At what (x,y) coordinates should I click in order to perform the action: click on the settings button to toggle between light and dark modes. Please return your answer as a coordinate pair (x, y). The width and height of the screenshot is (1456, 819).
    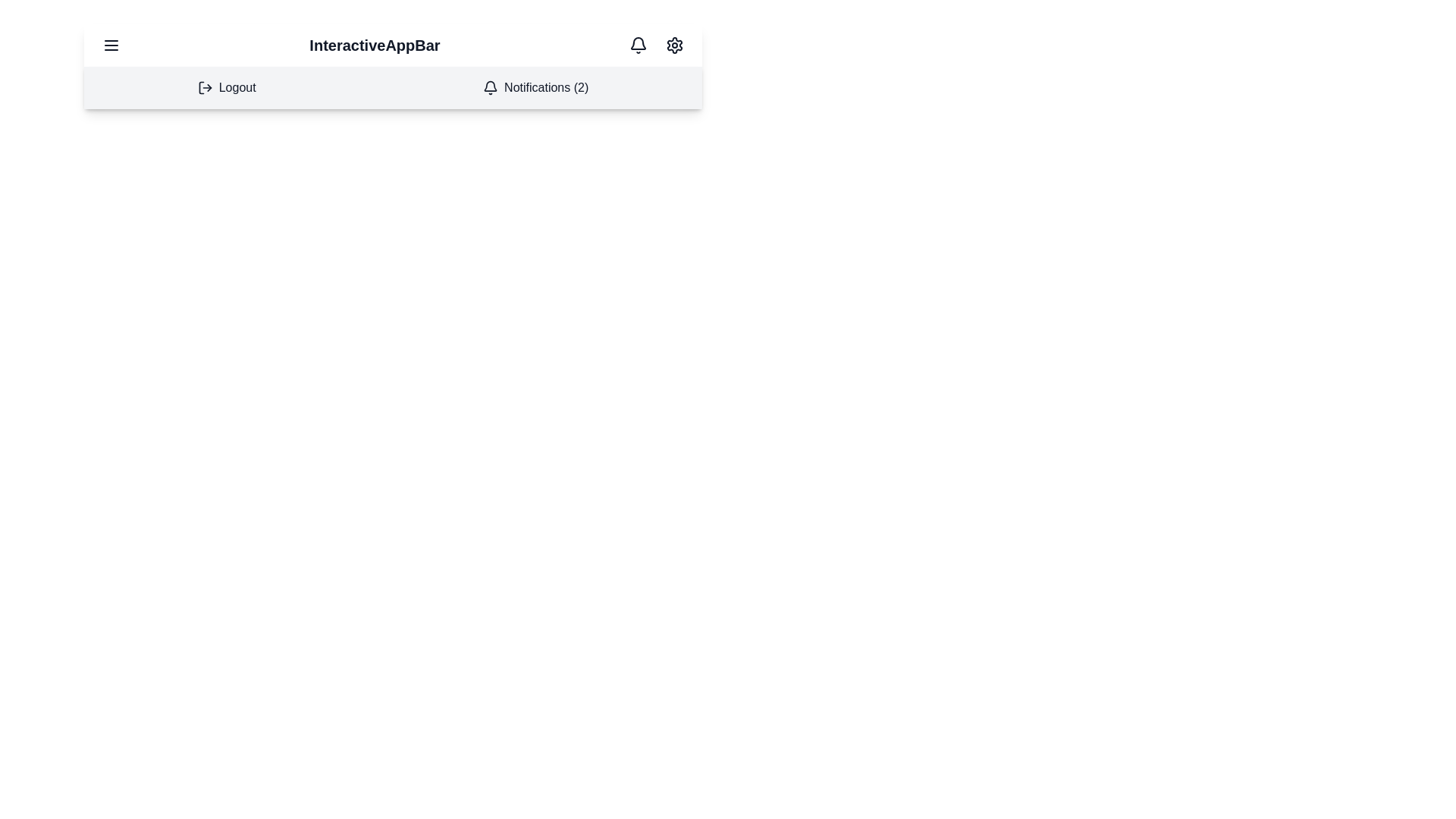
    Looking at the image, I should click on (673, 45).